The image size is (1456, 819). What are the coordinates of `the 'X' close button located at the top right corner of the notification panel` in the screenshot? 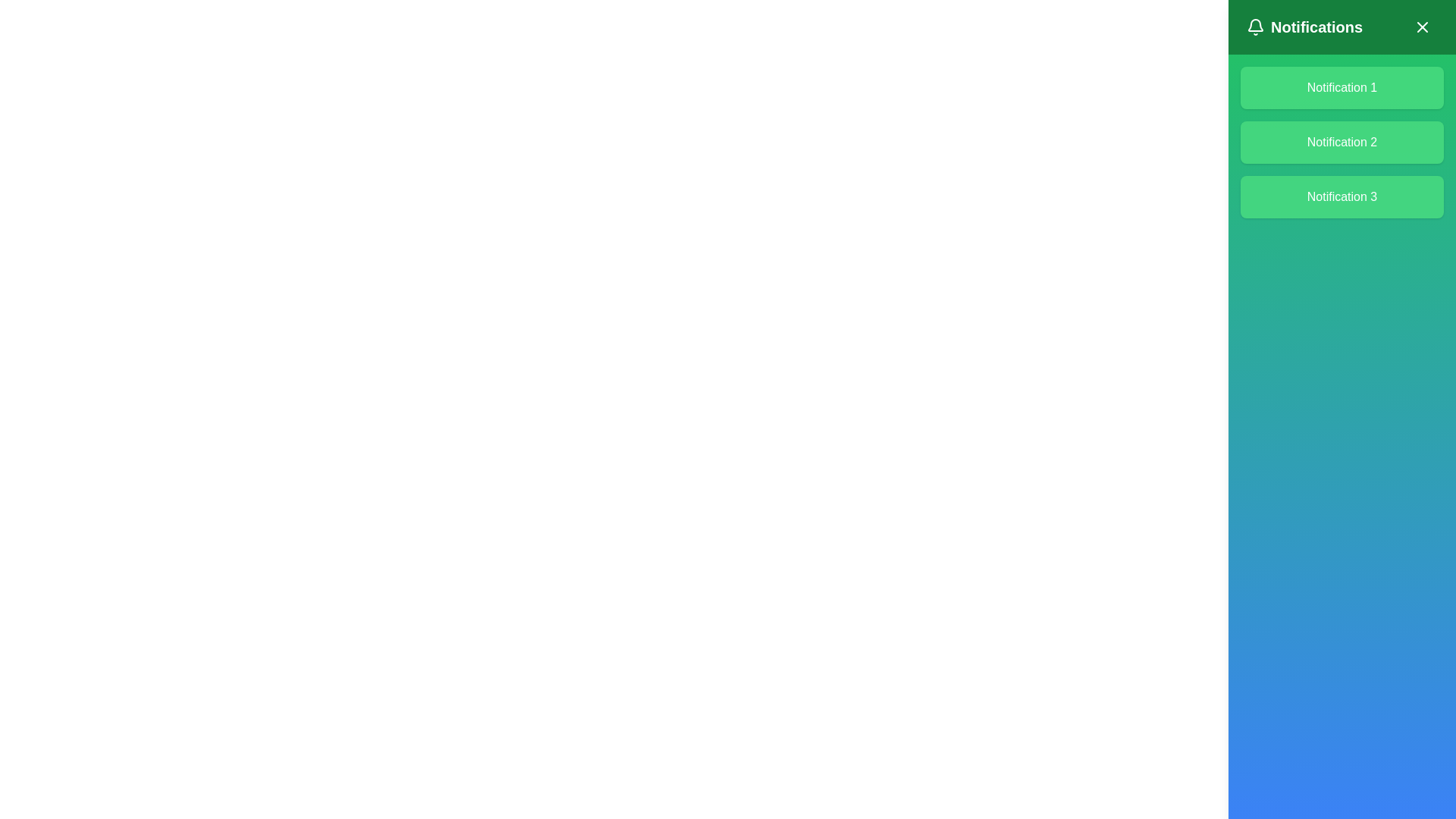 It's located at (1422, 27).